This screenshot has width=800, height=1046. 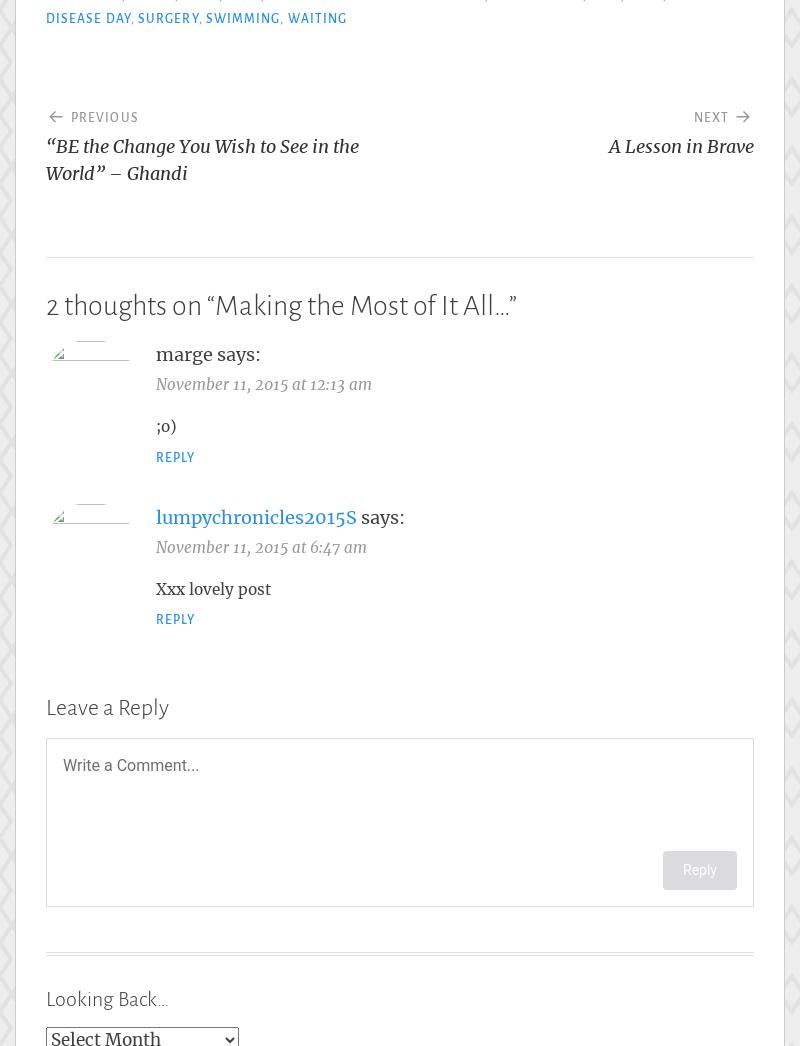 What do you see at coordinates (709, 116) in the screenshot?
I see `'Next'` at bounding box center [709, 116].